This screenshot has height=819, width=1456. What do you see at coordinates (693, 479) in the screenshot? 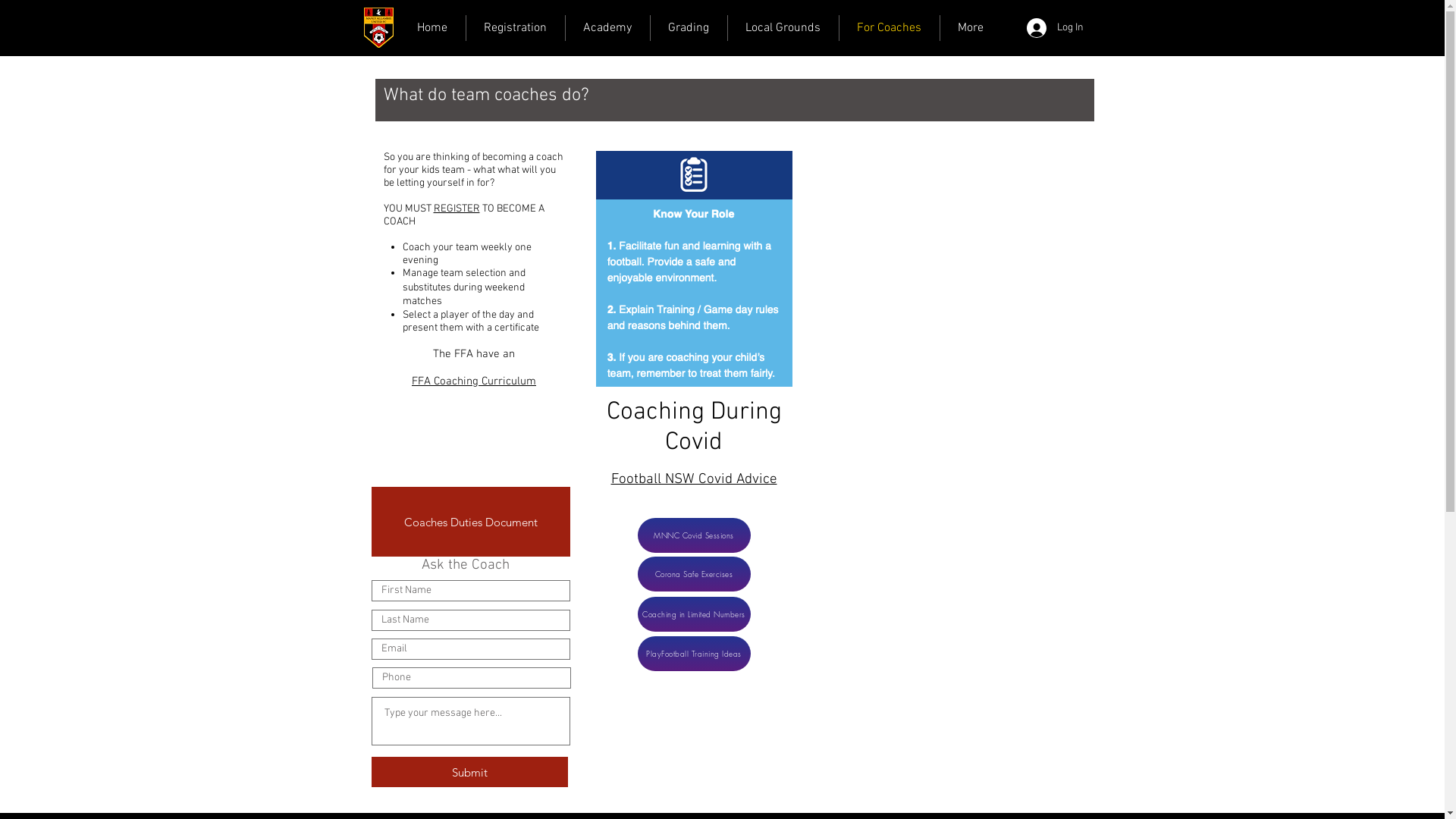
I see `'Football NSW Covid Advice'` at bounding box center [693, 479].